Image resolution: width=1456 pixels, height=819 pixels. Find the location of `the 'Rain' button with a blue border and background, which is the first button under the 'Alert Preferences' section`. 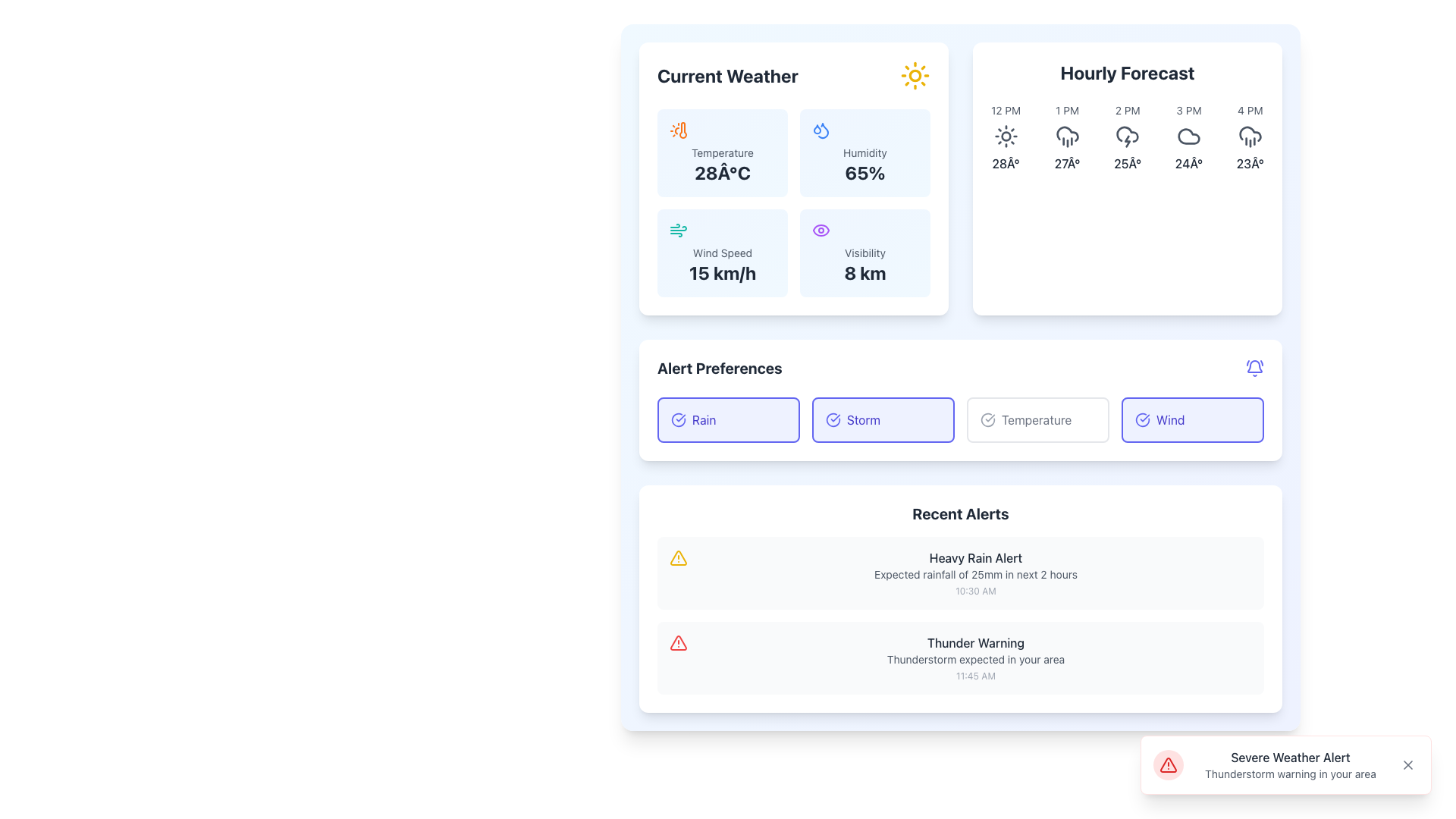

the 'Rain' button with a blue border and background, which is the first button under the 'Alert Preferences' section is located at coordinates (728, 420).